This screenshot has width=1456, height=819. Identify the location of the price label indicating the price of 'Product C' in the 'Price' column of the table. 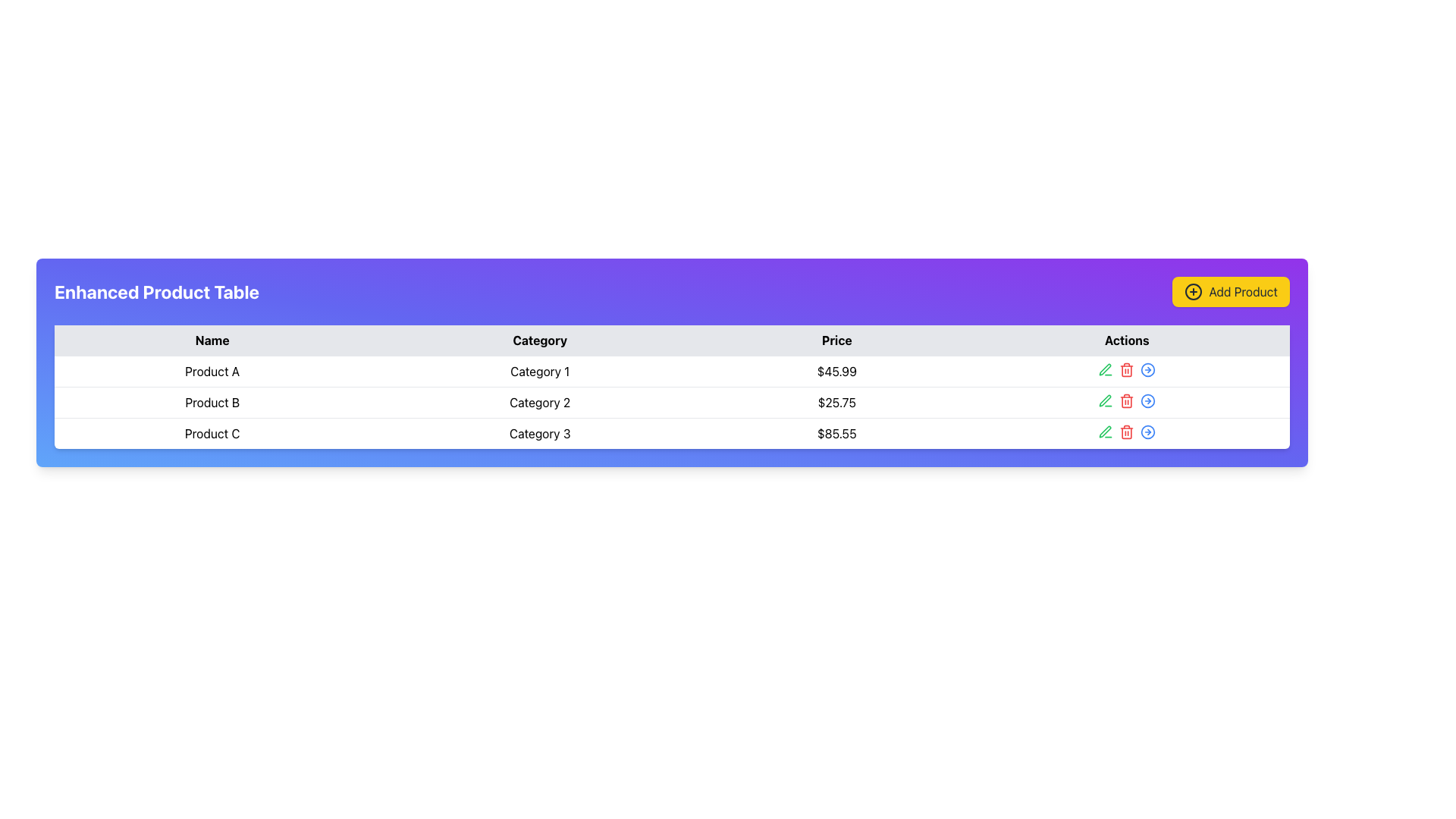
(836, 433).